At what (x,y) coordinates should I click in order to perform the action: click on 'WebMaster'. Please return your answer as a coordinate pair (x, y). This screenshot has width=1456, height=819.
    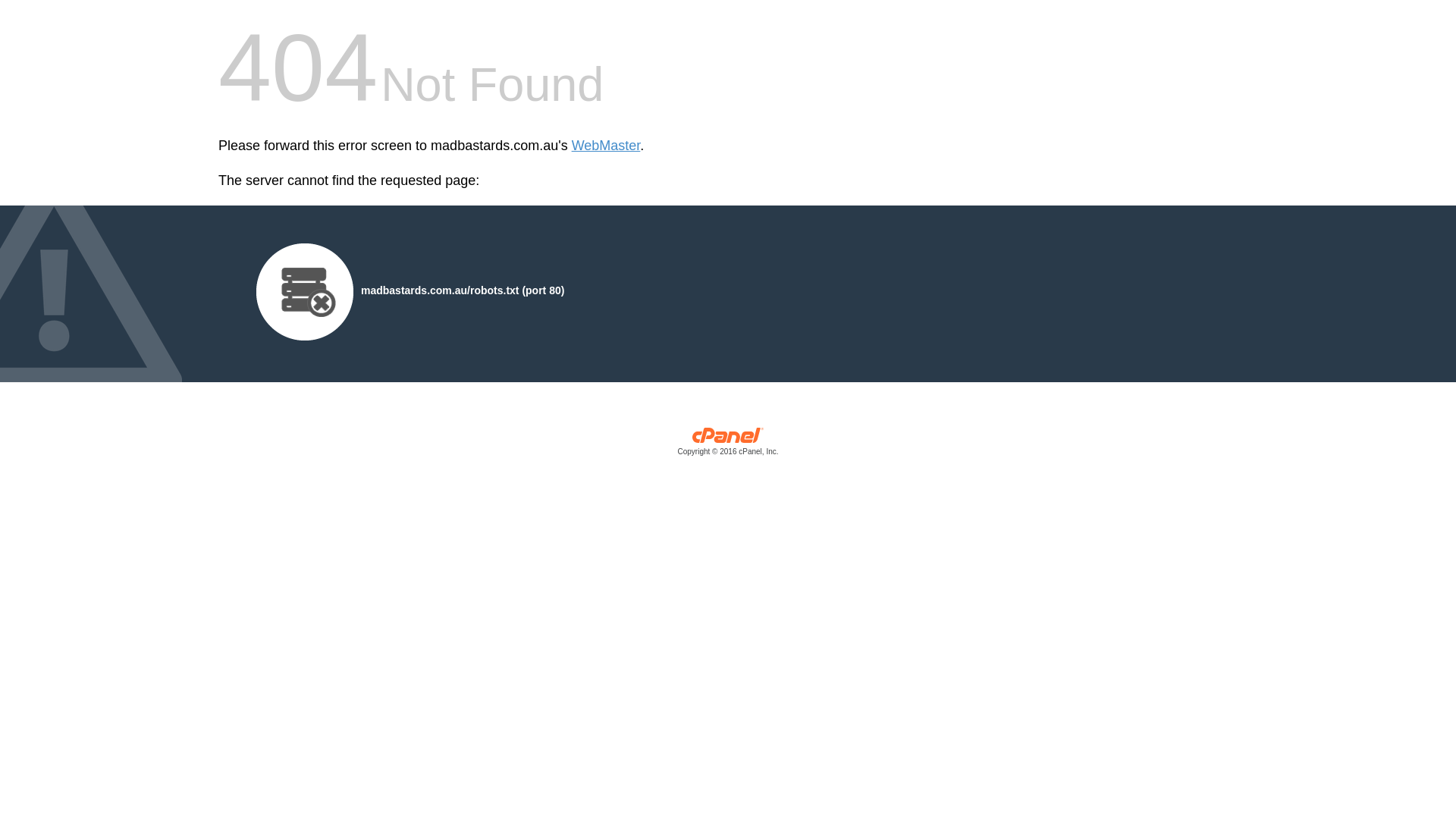
    Looking at the image, I should click on (605, 146).